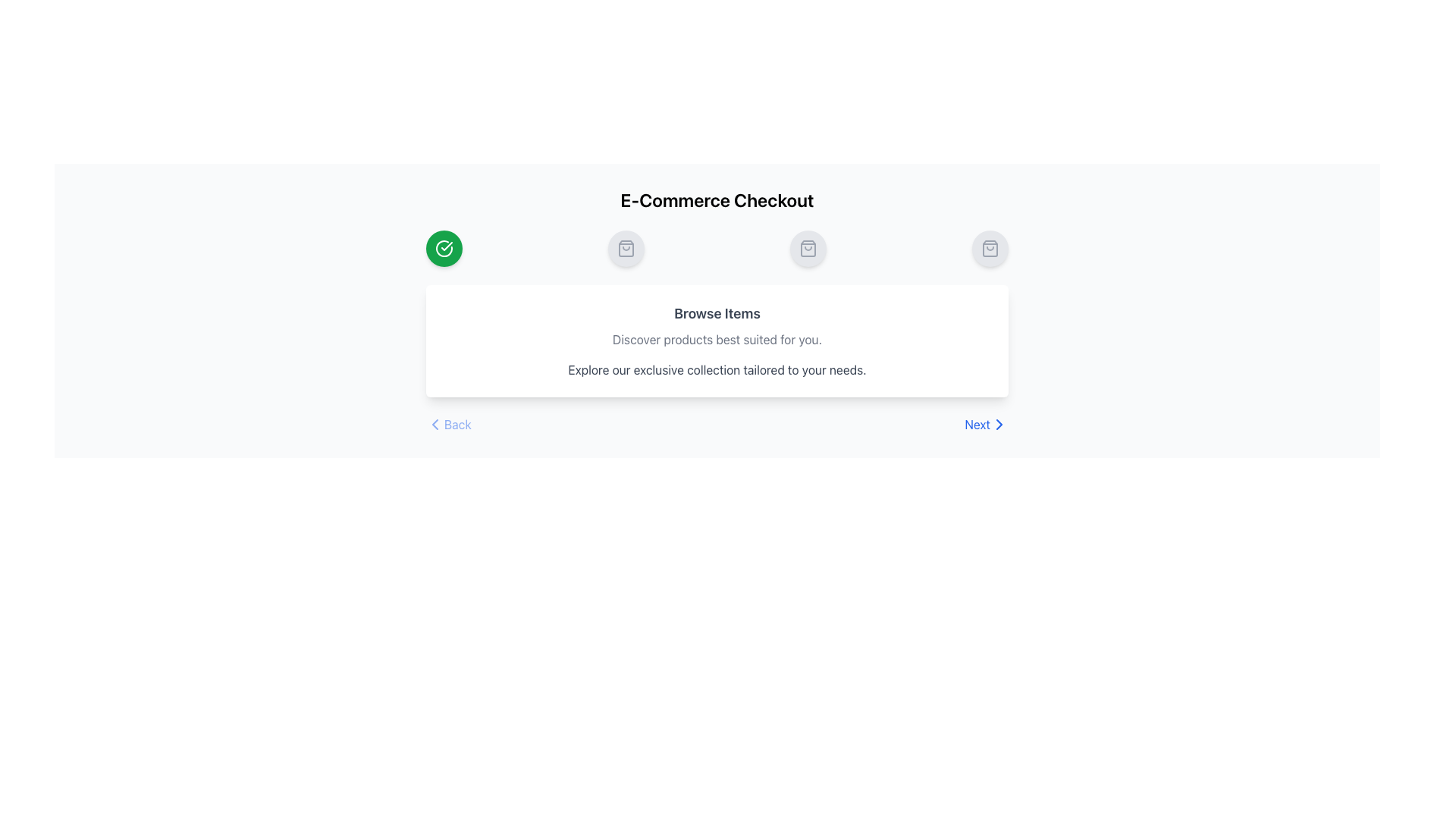  Describe the element at coordinates (716, 312) in the screenshot. I see `the 'Browse Items' text header, which is prominently displayed at the top of its containing section in a large, bold font` at that location.